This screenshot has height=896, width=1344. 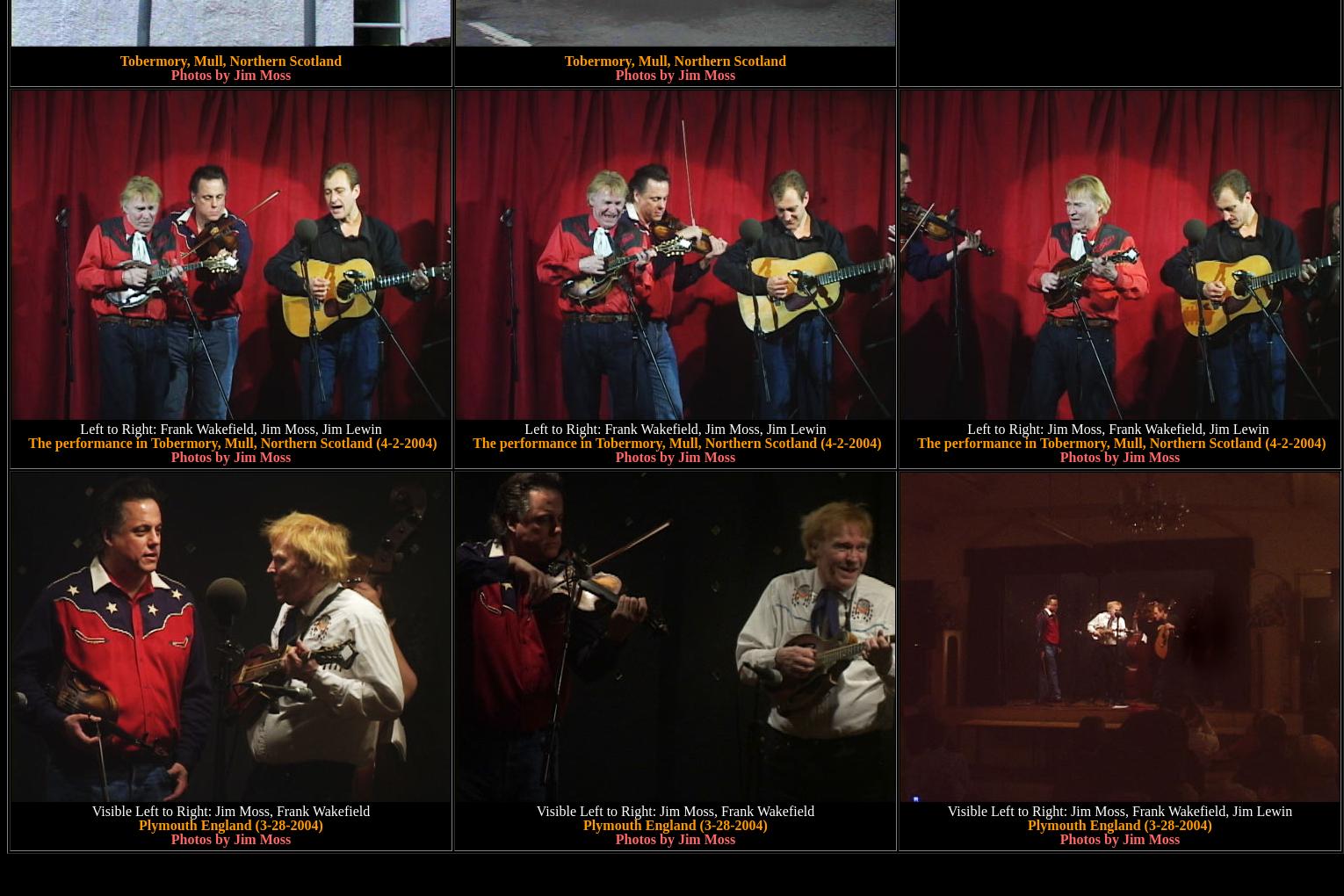 I want to click on 'Plymouth
            England (3-28-2004)', so click(x=675, y=824).